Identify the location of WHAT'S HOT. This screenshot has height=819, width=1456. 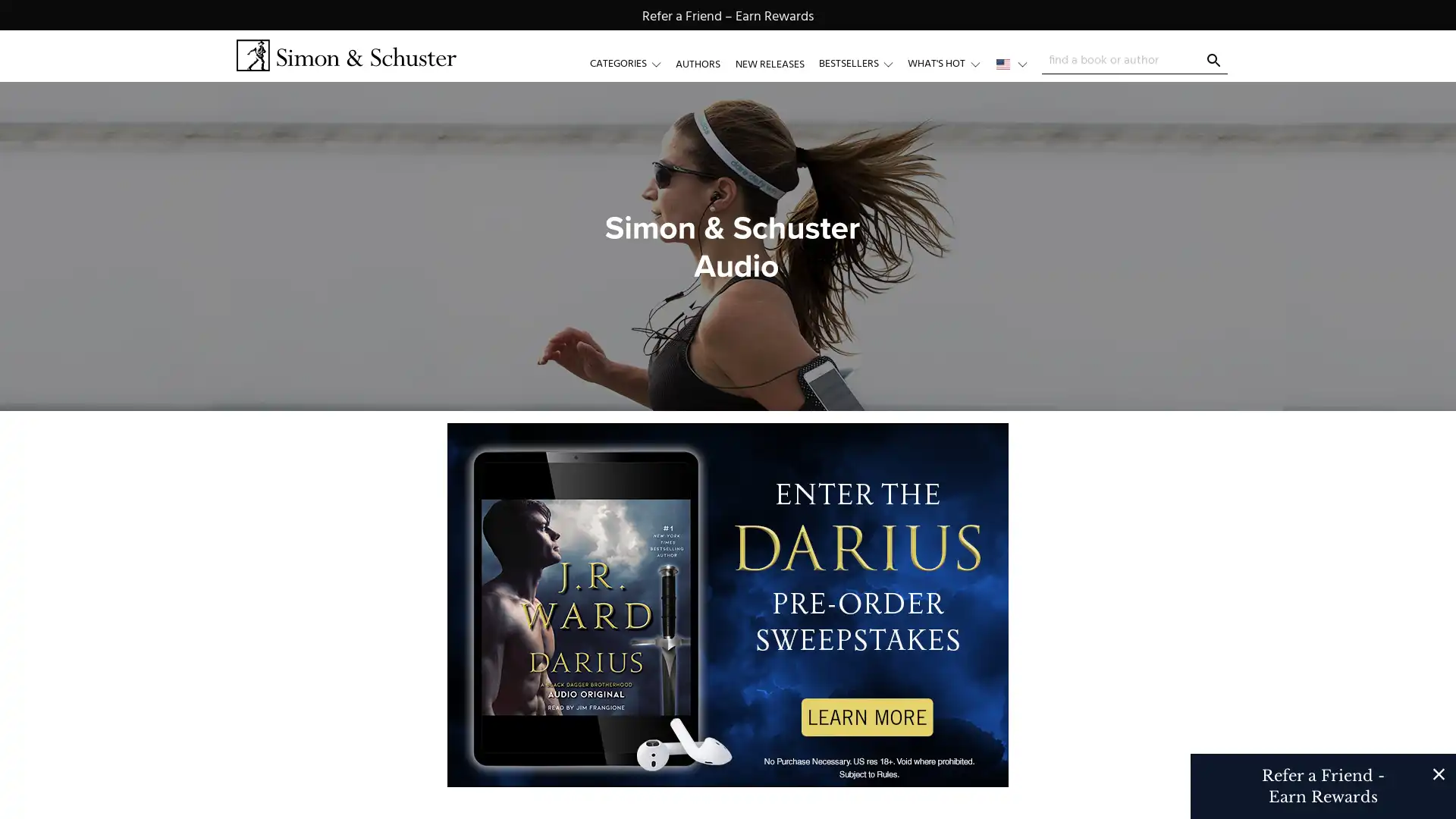
(949, 63).